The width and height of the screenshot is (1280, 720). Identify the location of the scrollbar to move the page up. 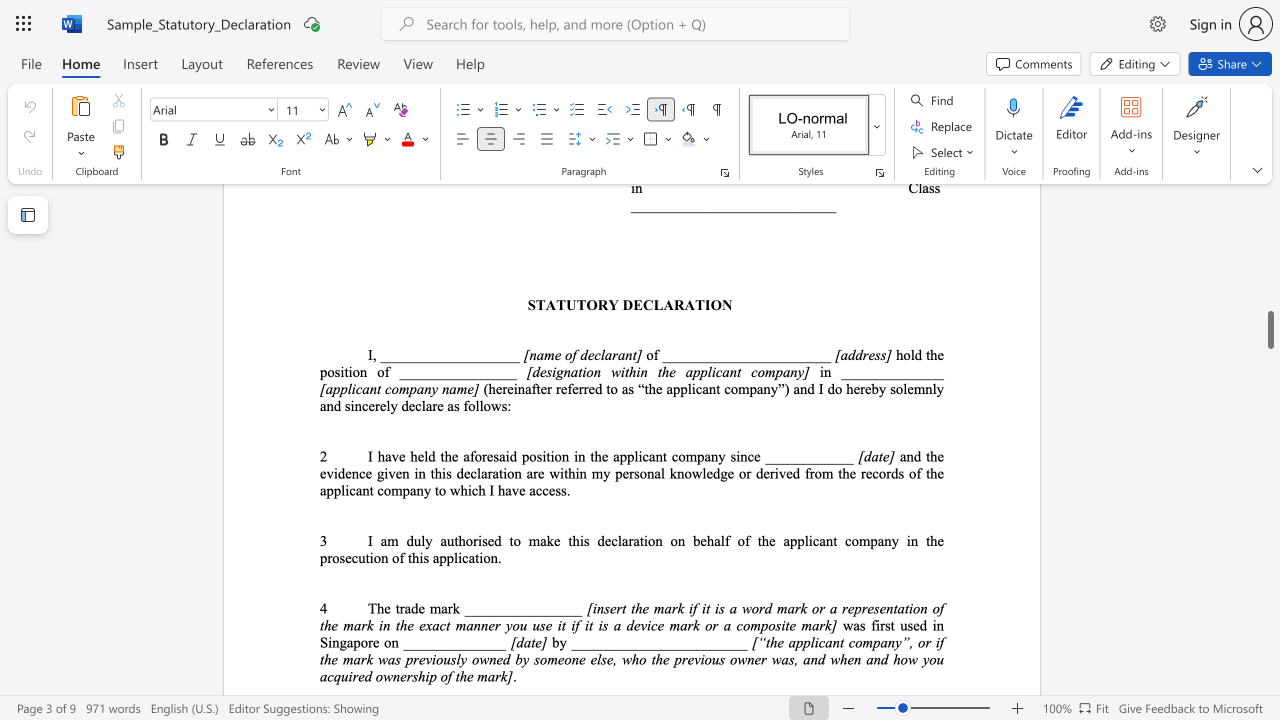
(1269, 280).